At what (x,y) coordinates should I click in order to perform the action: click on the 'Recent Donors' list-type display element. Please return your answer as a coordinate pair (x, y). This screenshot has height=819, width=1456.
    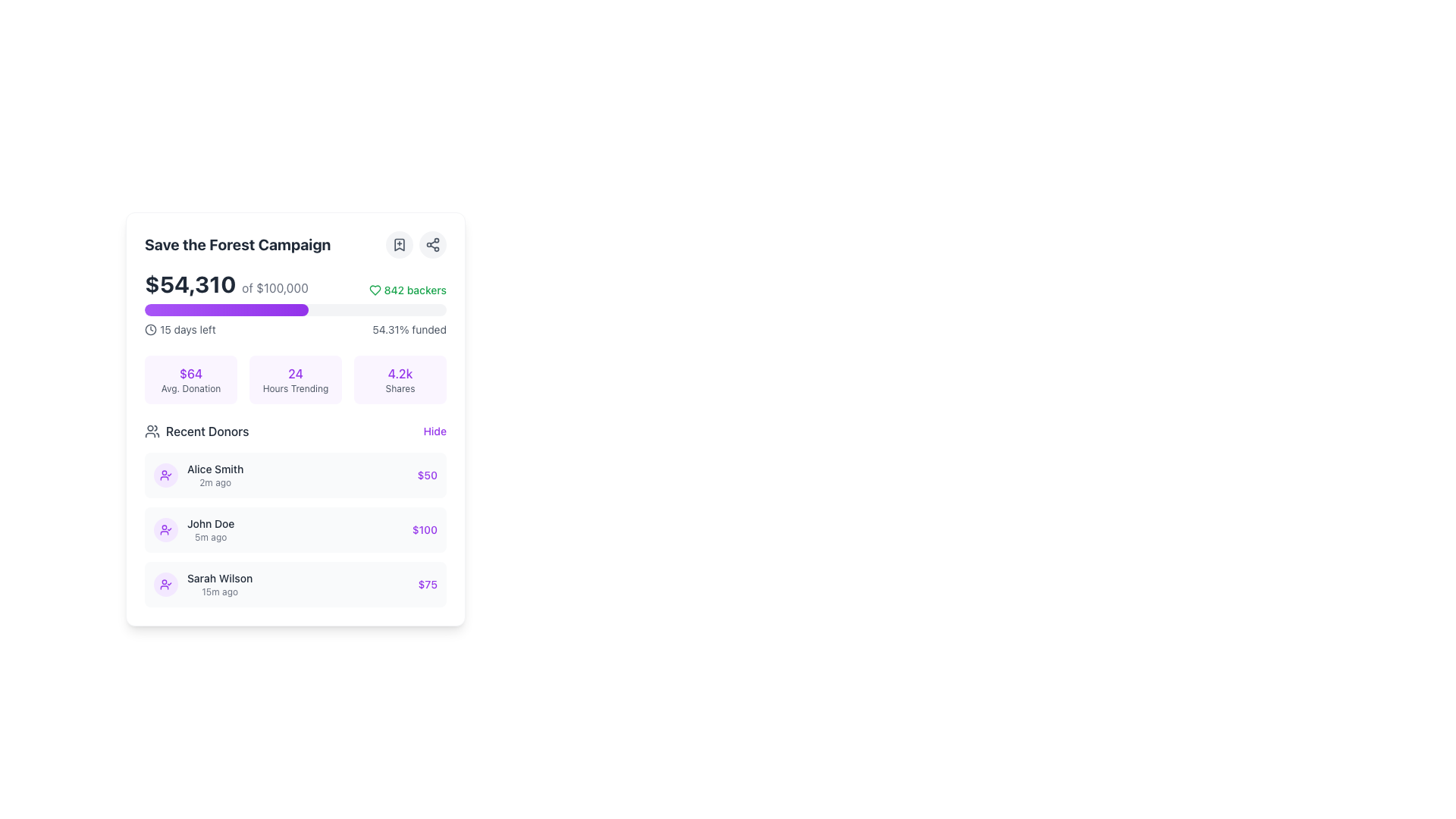
    Looking at the image, I should click on (295, 513).